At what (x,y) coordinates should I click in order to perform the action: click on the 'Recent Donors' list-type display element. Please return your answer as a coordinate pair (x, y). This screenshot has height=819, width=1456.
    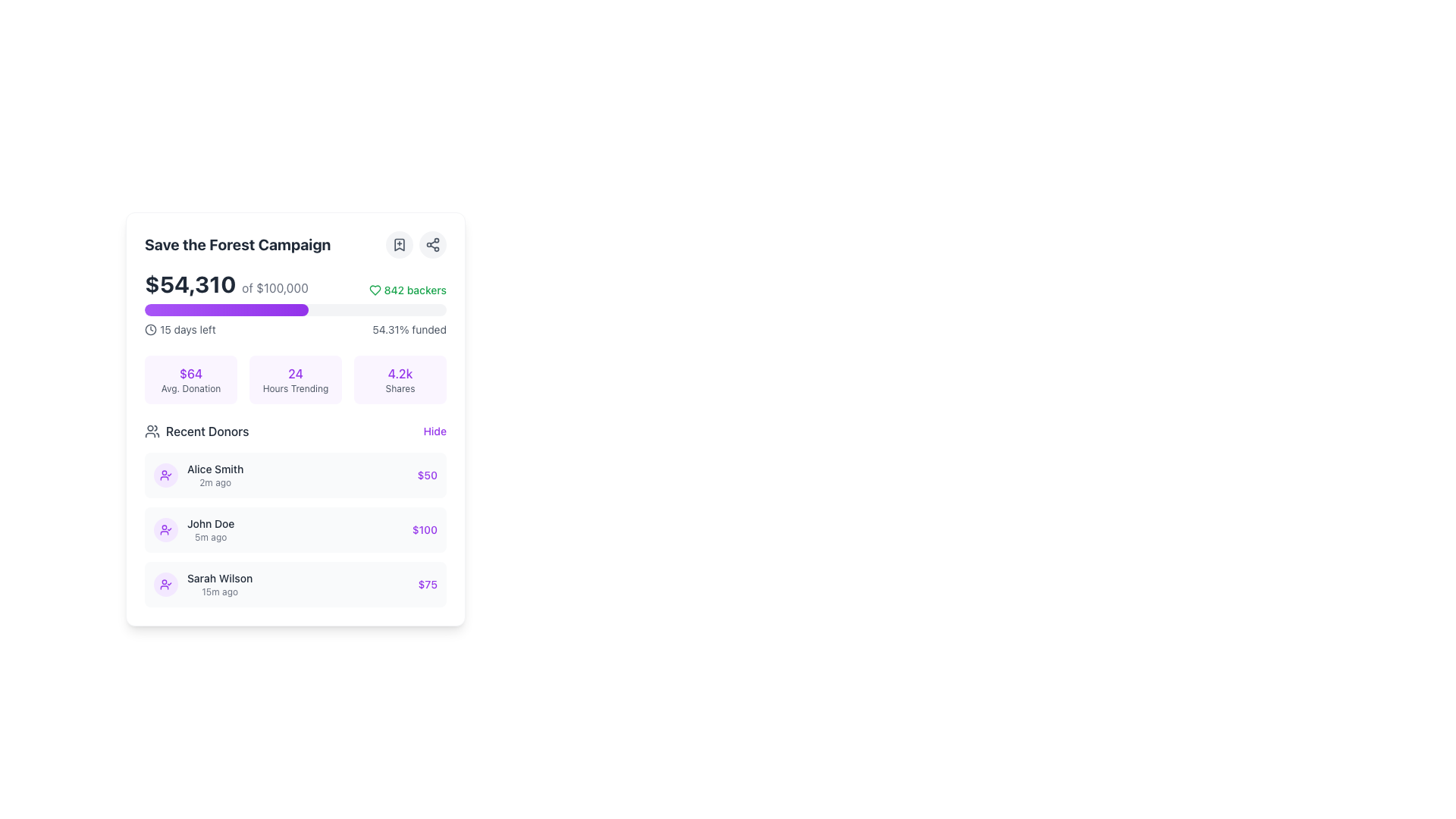
    Looking at the image, I should click on (295, 513).